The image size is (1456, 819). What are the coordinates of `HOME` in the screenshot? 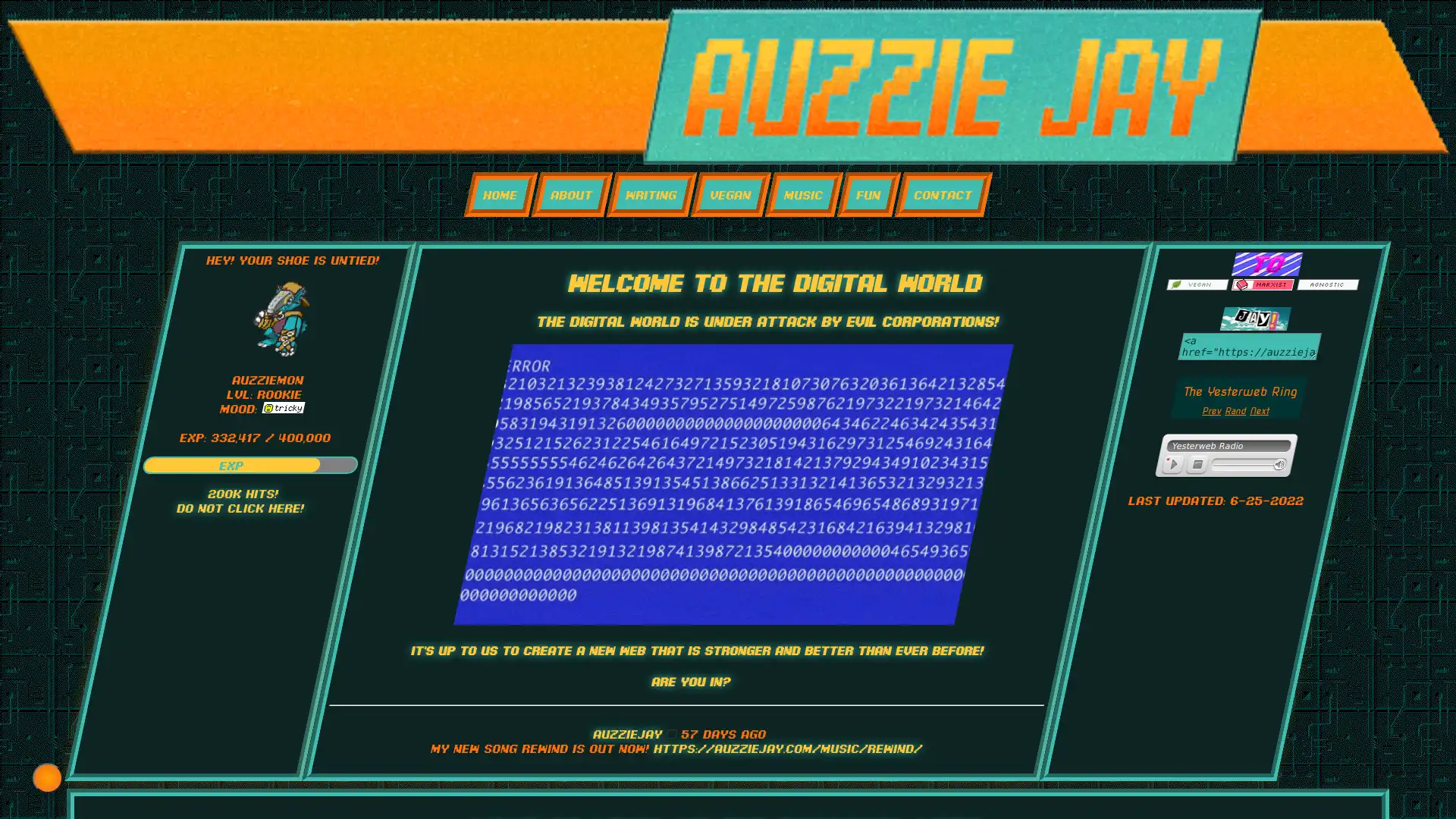 It's located at (500, 193).